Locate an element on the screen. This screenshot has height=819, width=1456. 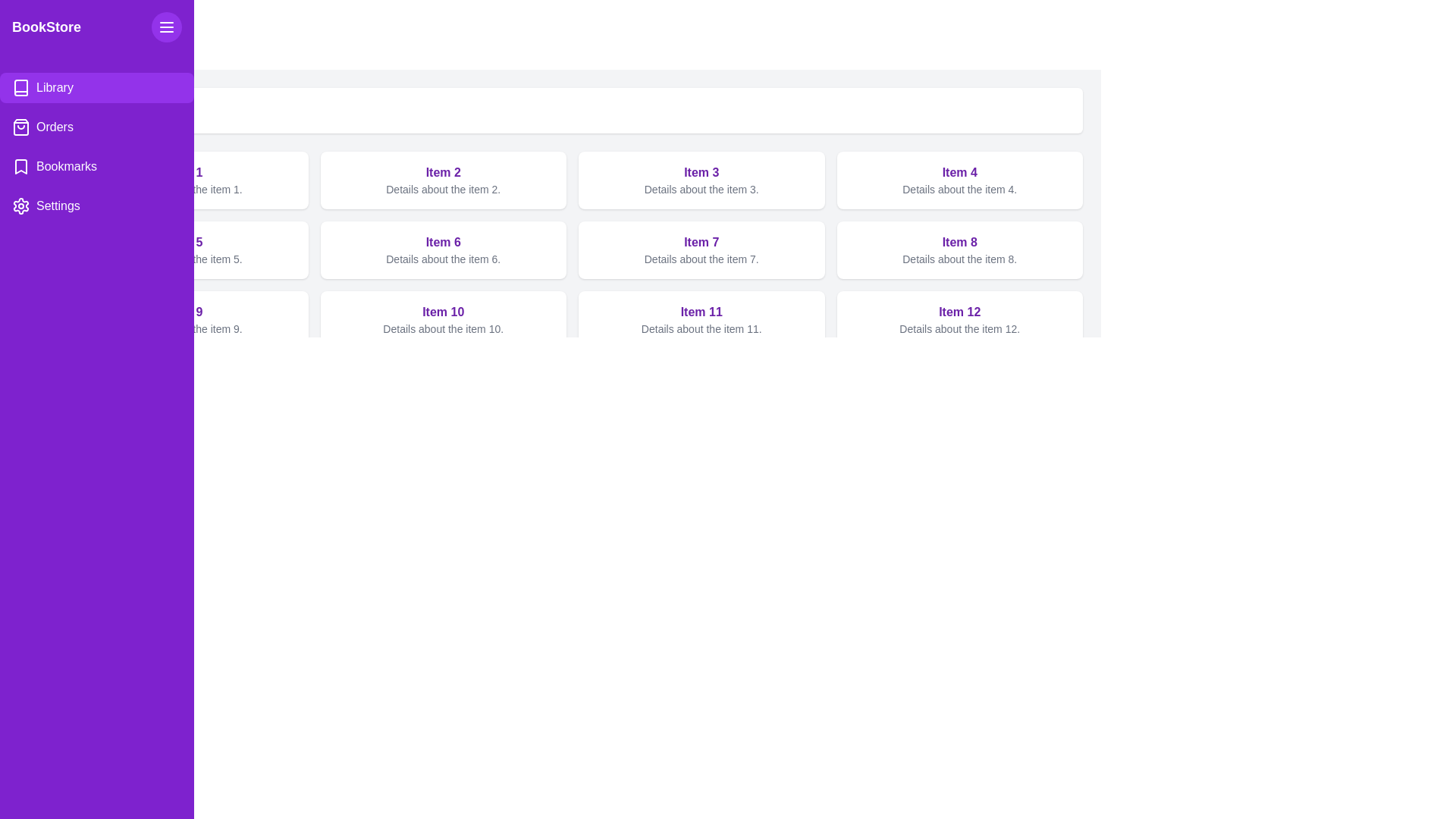
the Card in the first row and fourth column of the grid layout, which presents a specific item with its title and description is located at coordinates (959, 180).